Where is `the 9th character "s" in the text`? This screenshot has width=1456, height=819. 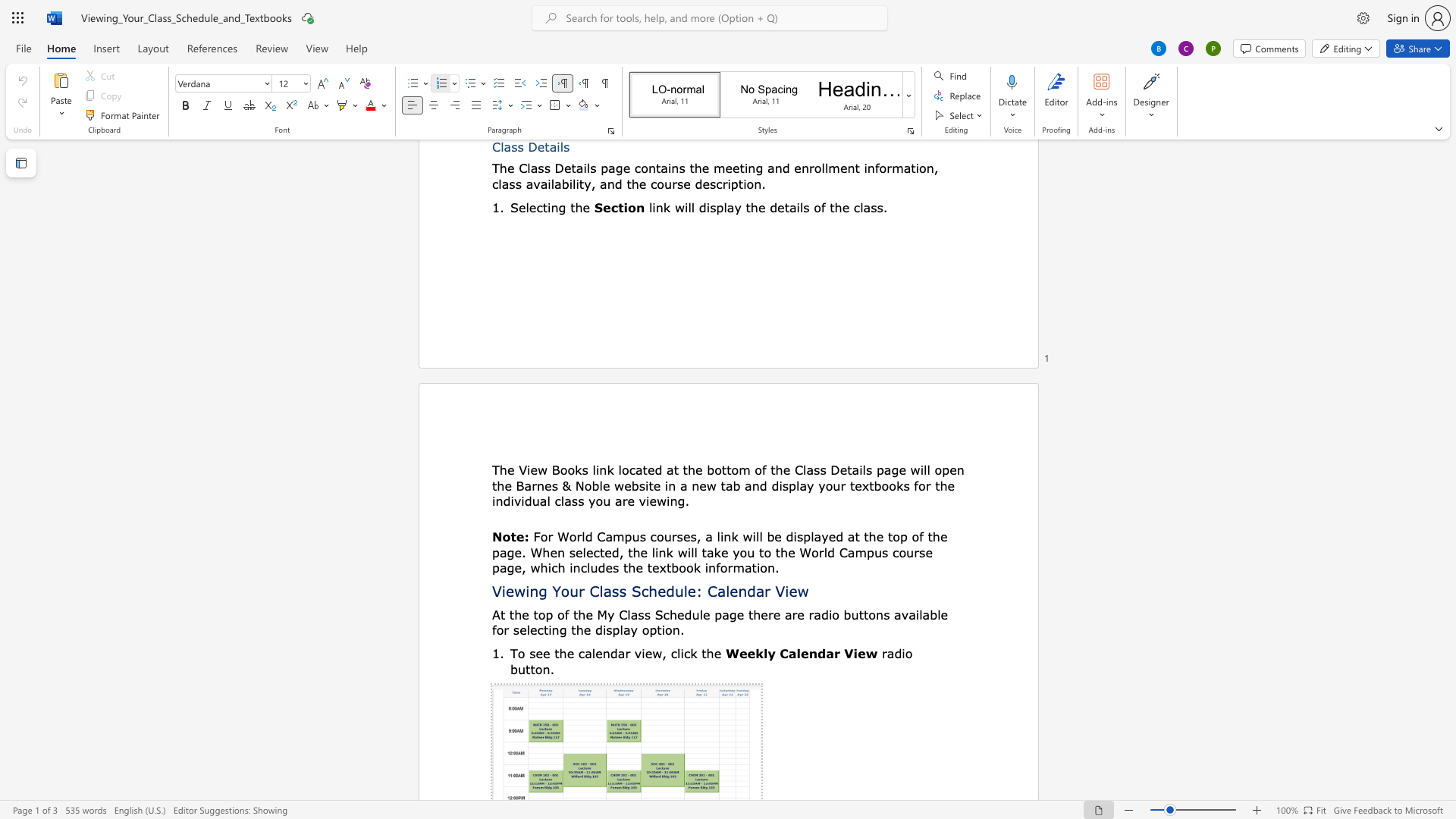
the 9th character "s" in the text is located at coordinates (580, 500).